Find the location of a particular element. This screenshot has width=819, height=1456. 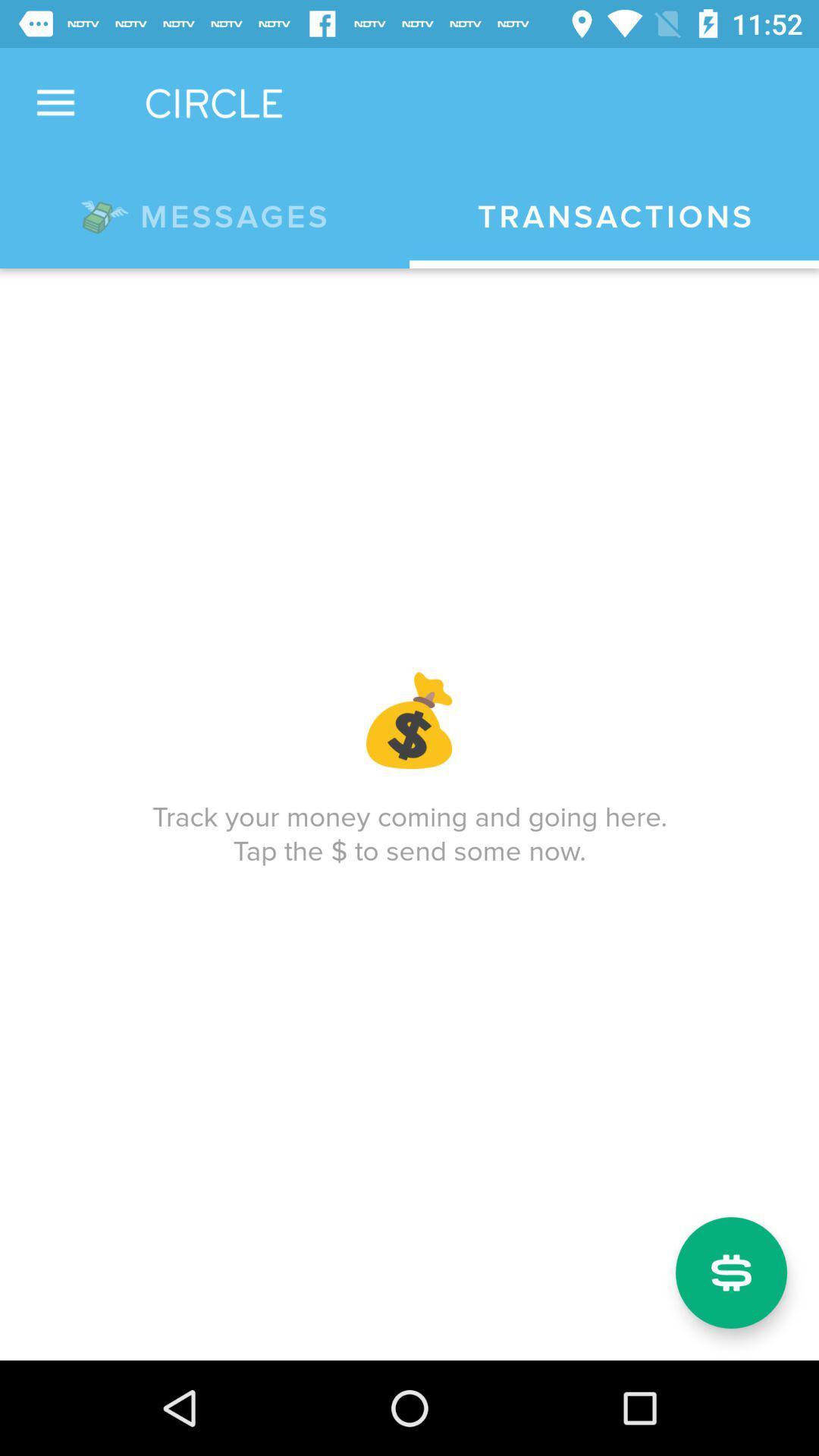

the icon at the bottom right corner is located at coordinates (730, 1272).